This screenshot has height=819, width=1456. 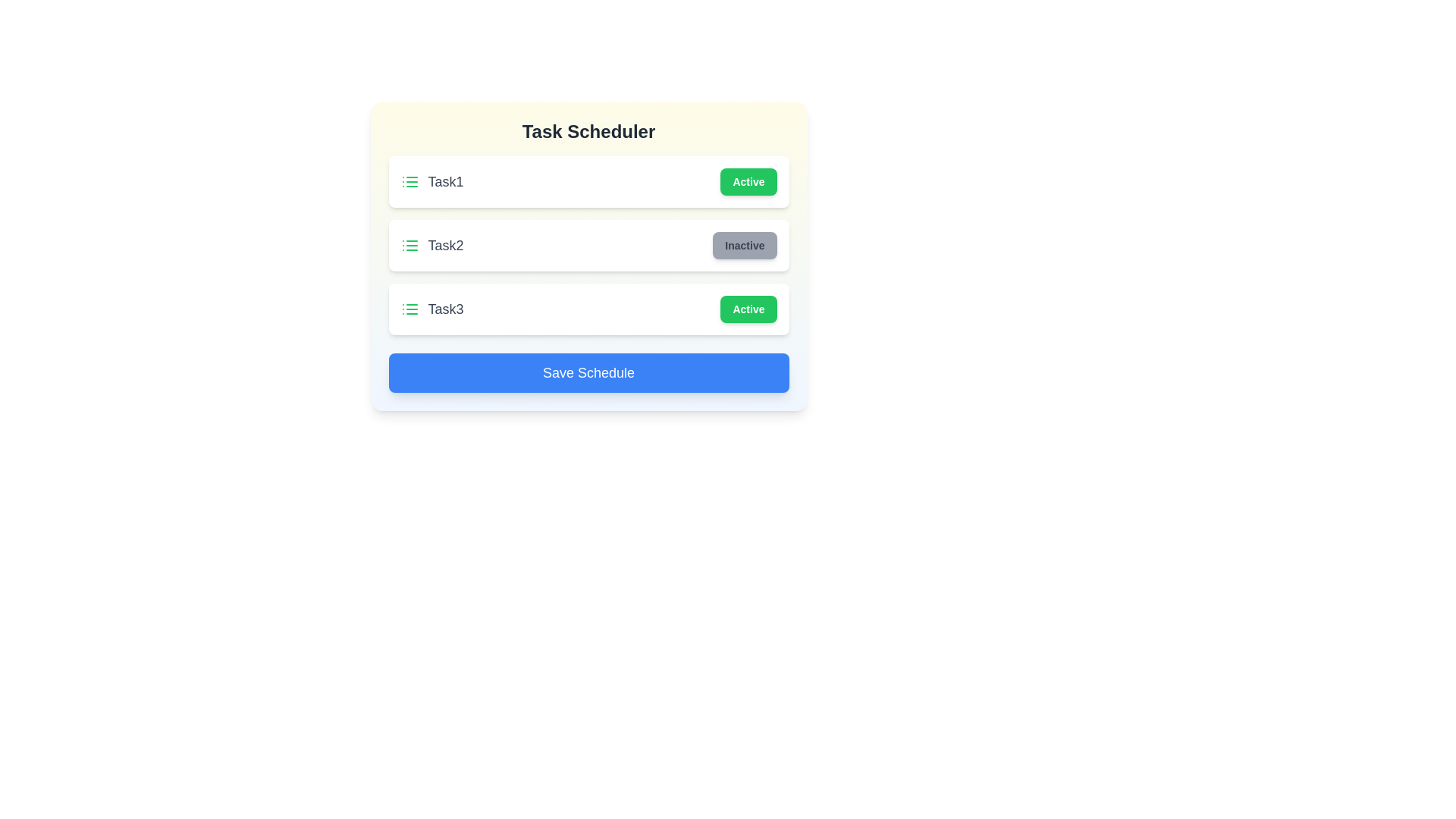 I want to click on the icon next to the task name Task2, so click(x=409, y=245).